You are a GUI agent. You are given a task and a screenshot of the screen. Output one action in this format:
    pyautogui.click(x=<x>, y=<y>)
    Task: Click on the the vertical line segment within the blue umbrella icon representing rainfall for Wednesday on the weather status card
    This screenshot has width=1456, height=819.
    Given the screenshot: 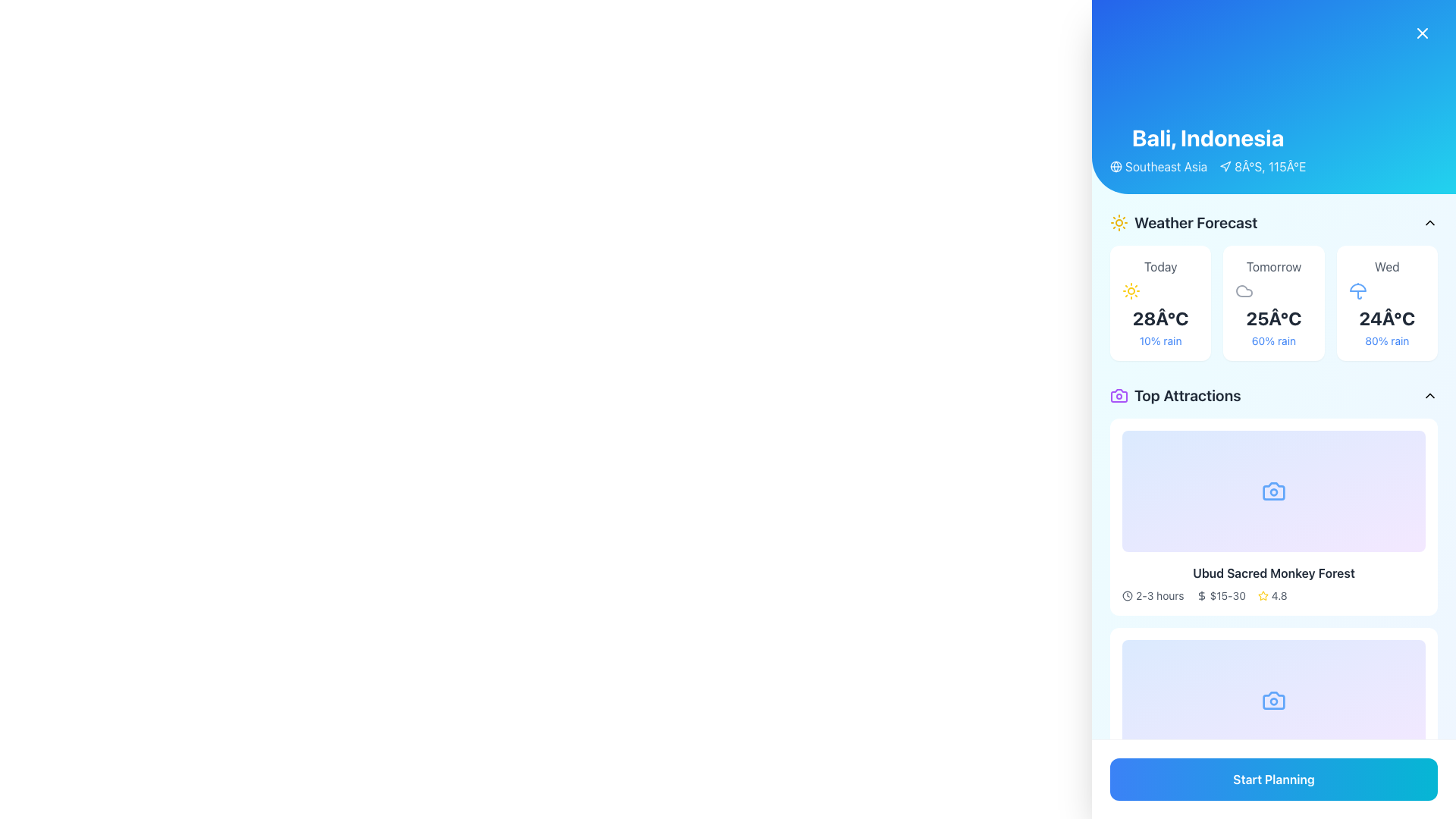 What is the action you would take?
    pyautogui.click(x=1359, y=295)
    